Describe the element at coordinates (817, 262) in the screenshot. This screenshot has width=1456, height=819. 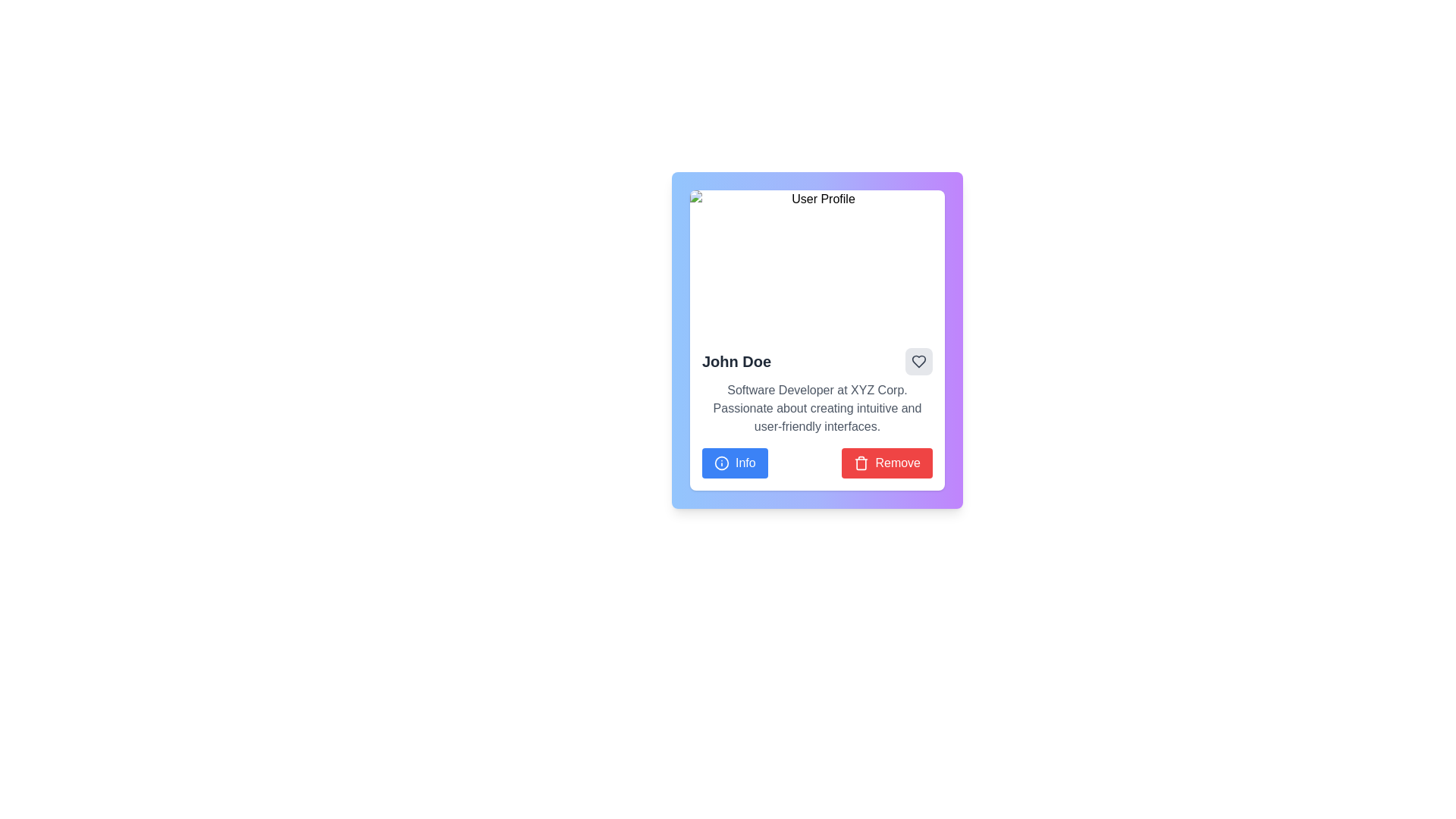
I see `the image placeholder for the user's profile located at the upper segment of the profile card` at that location.